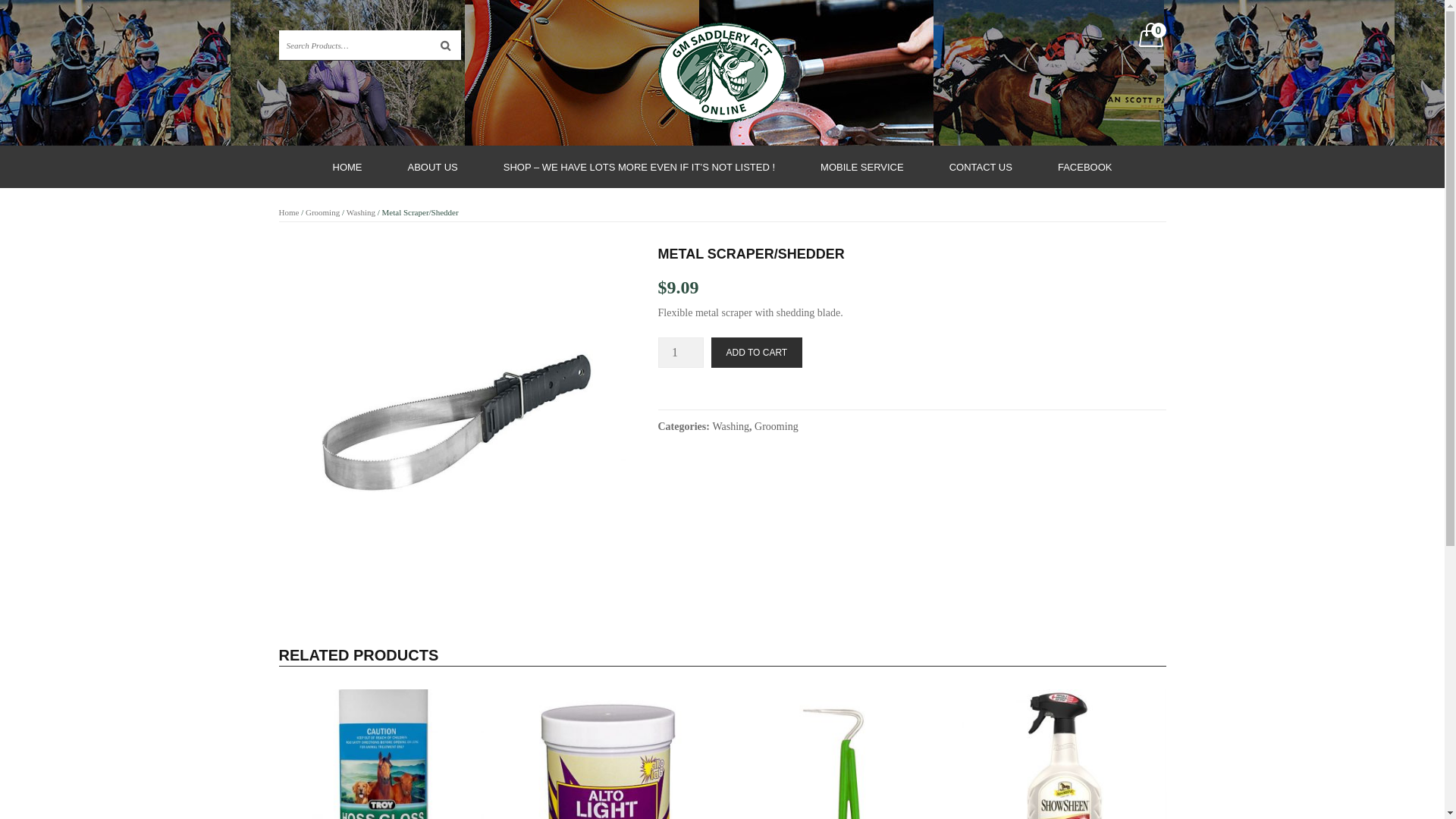  Describe the element at coordinates (347, 167) in the screenshot. I see `'HOME'` at that location.